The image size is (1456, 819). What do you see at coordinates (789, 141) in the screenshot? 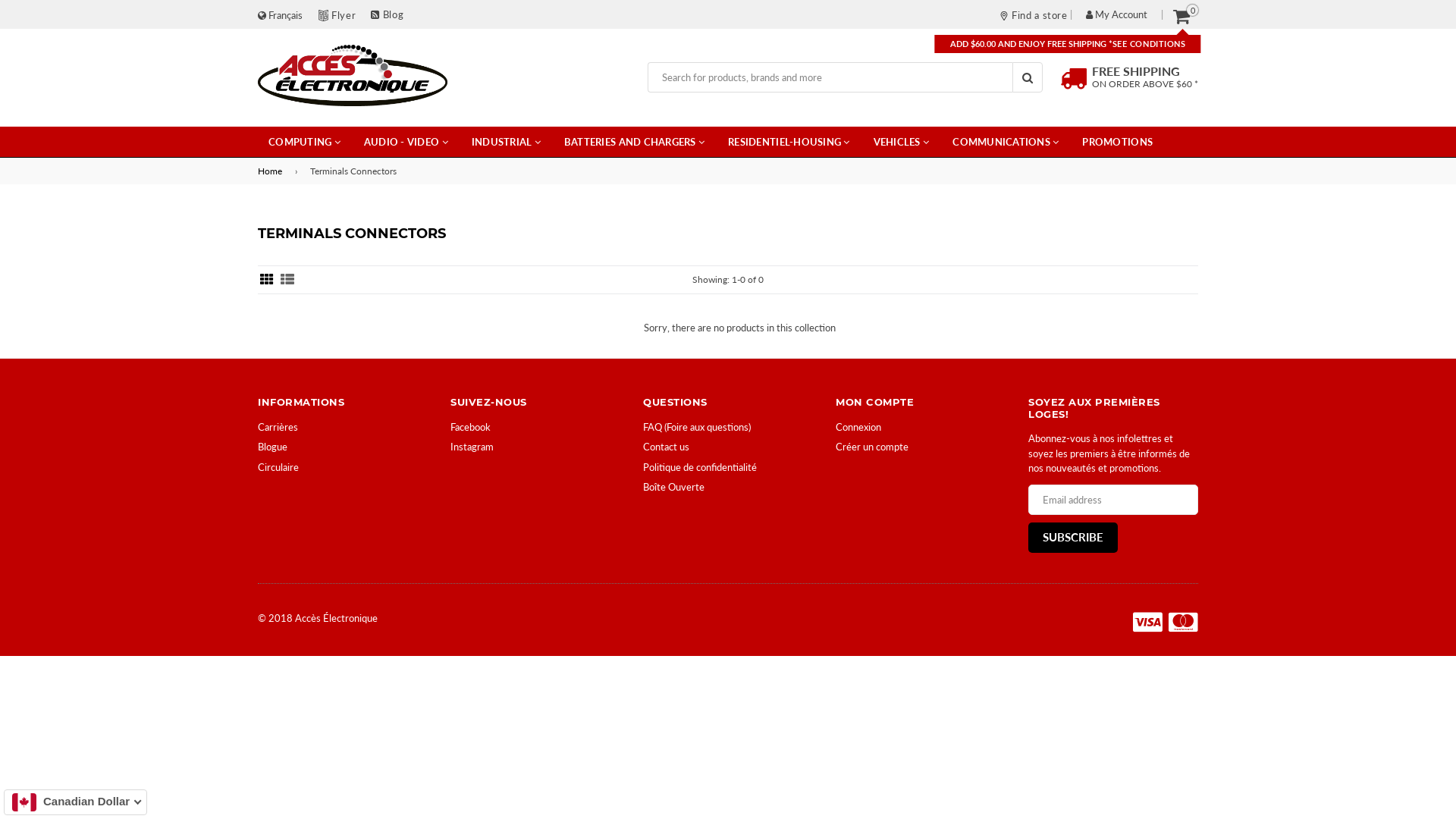
I see `'RESIDENTIEL-HOUSING'` at bounding box center [789, 141].